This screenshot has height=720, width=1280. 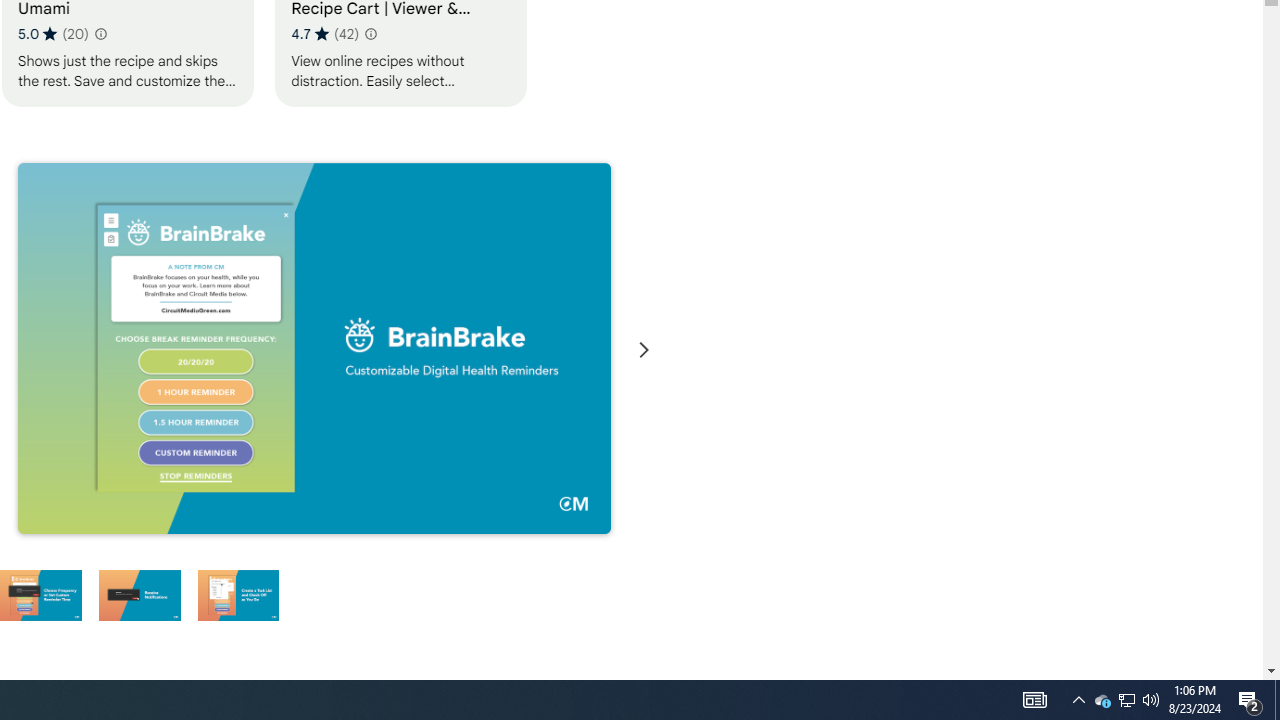 What do you see at coordinates (238, 593) in the screenshot?
I see `'Preview slide 6'` at bounding box center [238, 593].